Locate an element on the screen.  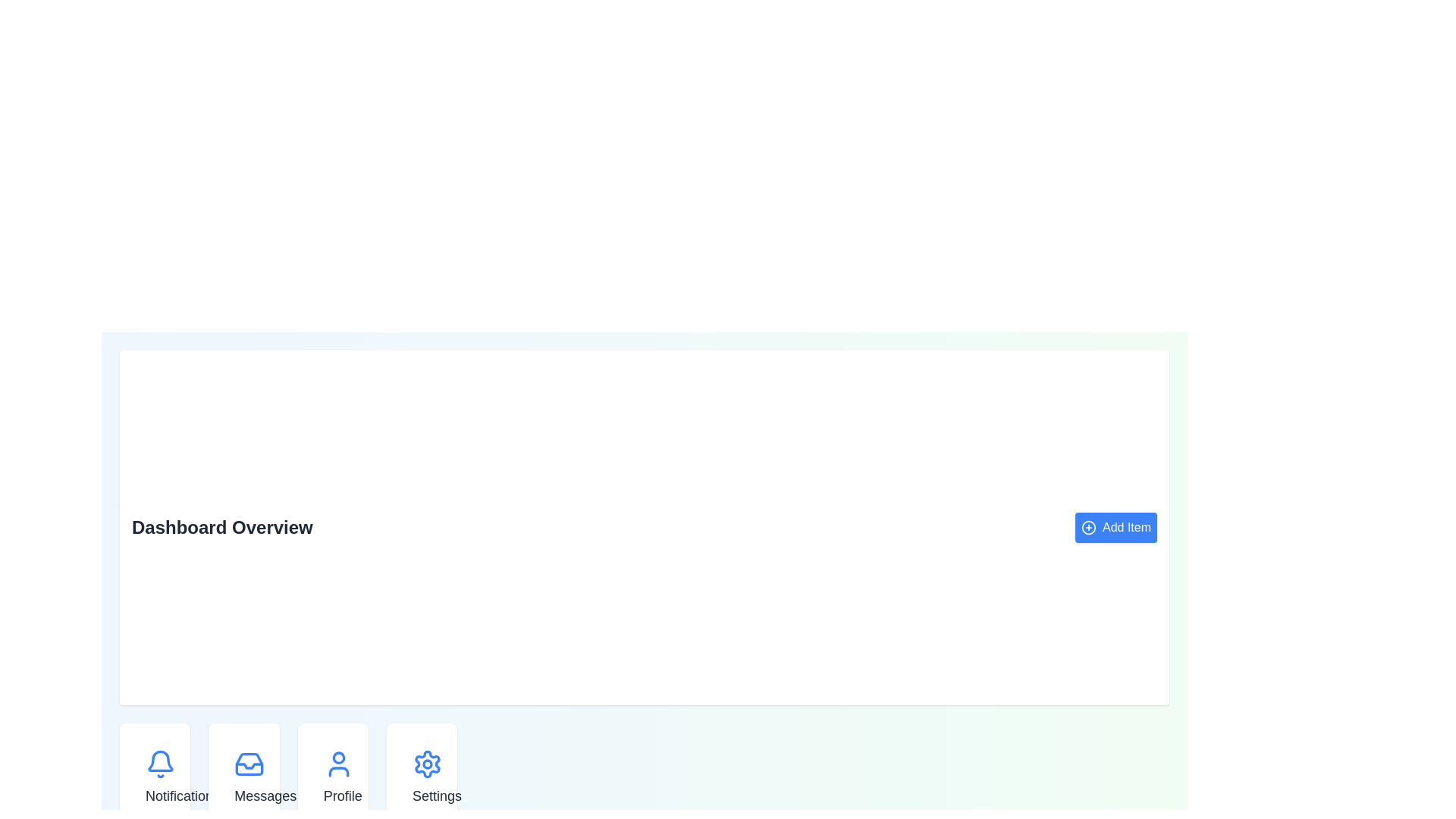
the Decorative icon component representing the user's head in the user icon, located centrally above the 'Profile' label is located at coordinates (337, 758).